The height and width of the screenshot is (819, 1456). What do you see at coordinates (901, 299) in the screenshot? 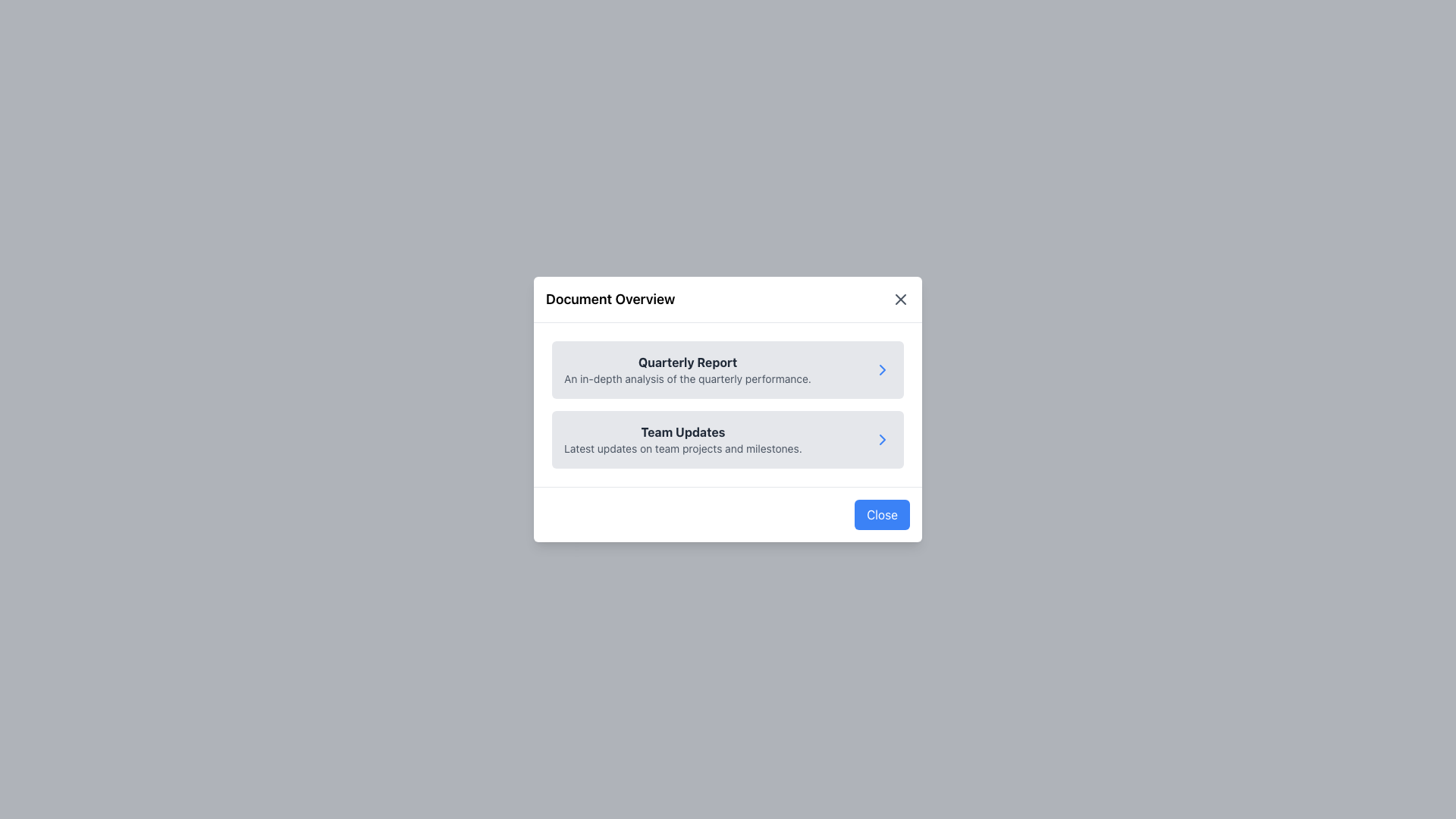
I see `the close button shaped like an 'X' in the top-right corner of the 'Document Overview' dialog` at bounding box center [901, 299].